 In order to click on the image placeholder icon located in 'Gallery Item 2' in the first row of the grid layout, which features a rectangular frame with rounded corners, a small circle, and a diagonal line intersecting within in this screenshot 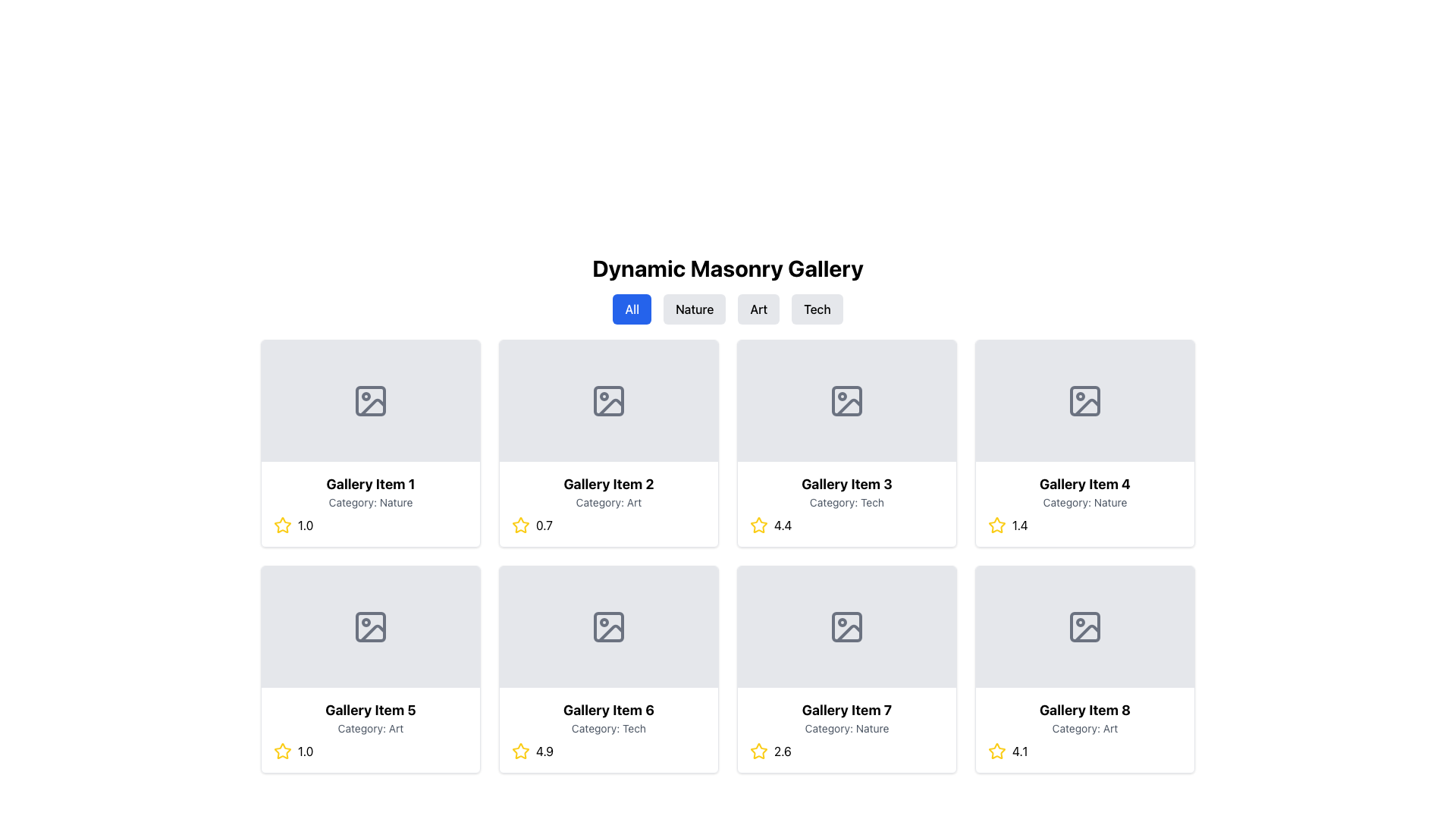, I will do `click(608, 400)`.